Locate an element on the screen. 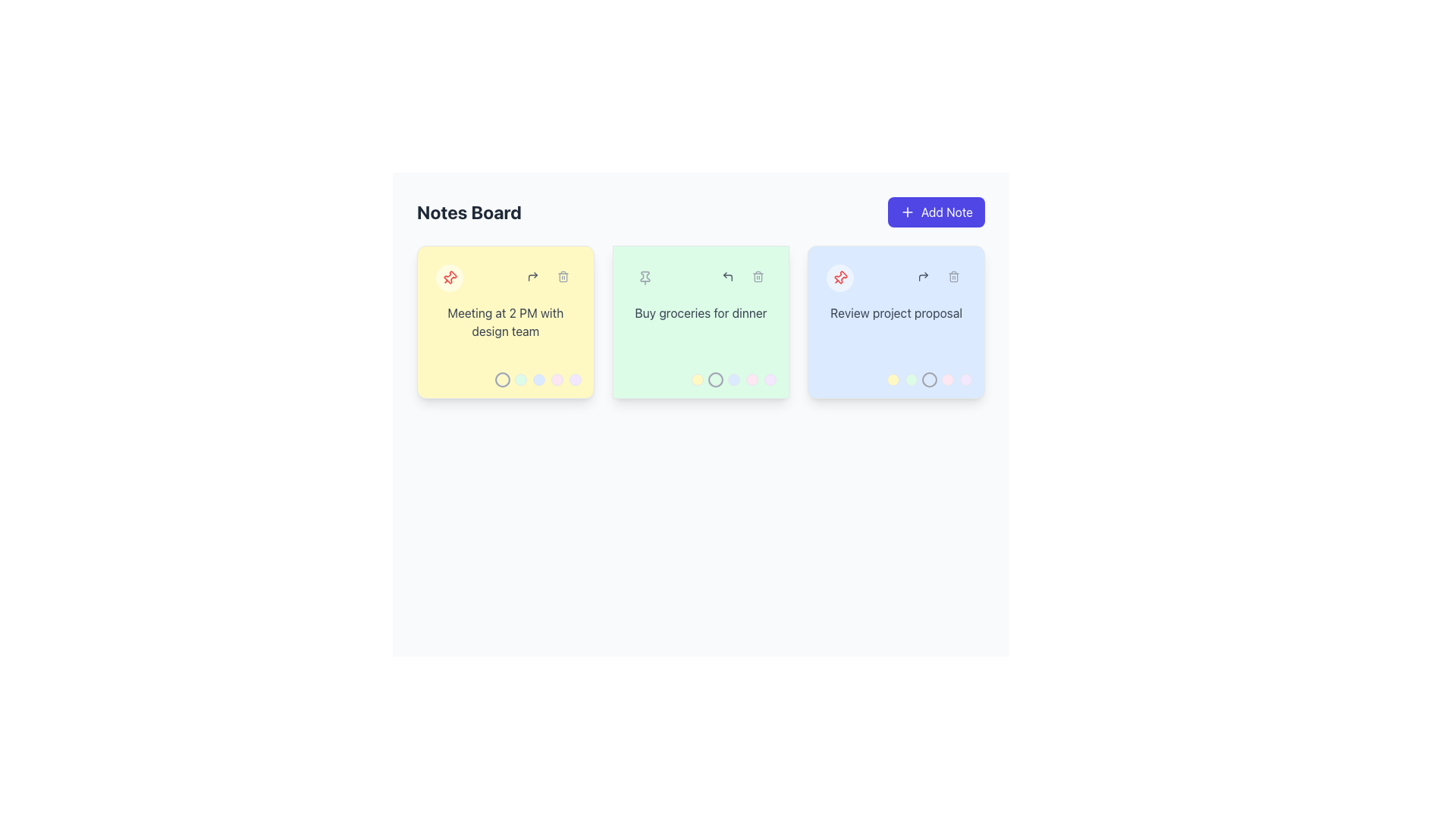 The height and width of the screenshot is (819, 1456). the visual representation of the trash can icon within the 'Buy groceries for dinner' card on the Notes Board application is located at coordinates (758, 278).